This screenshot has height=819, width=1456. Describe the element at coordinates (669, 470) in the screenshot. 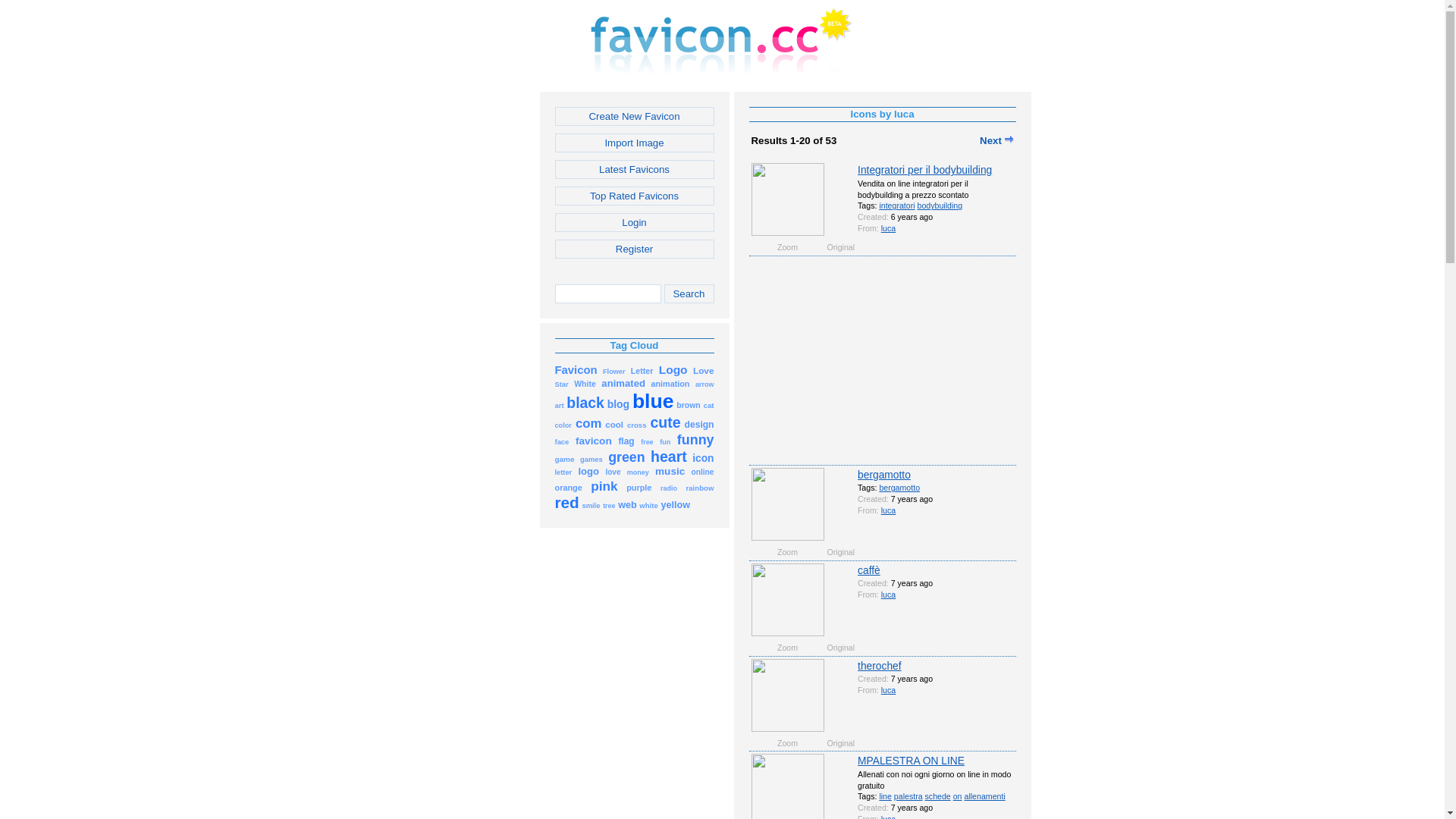

I see `'music'` at that location.